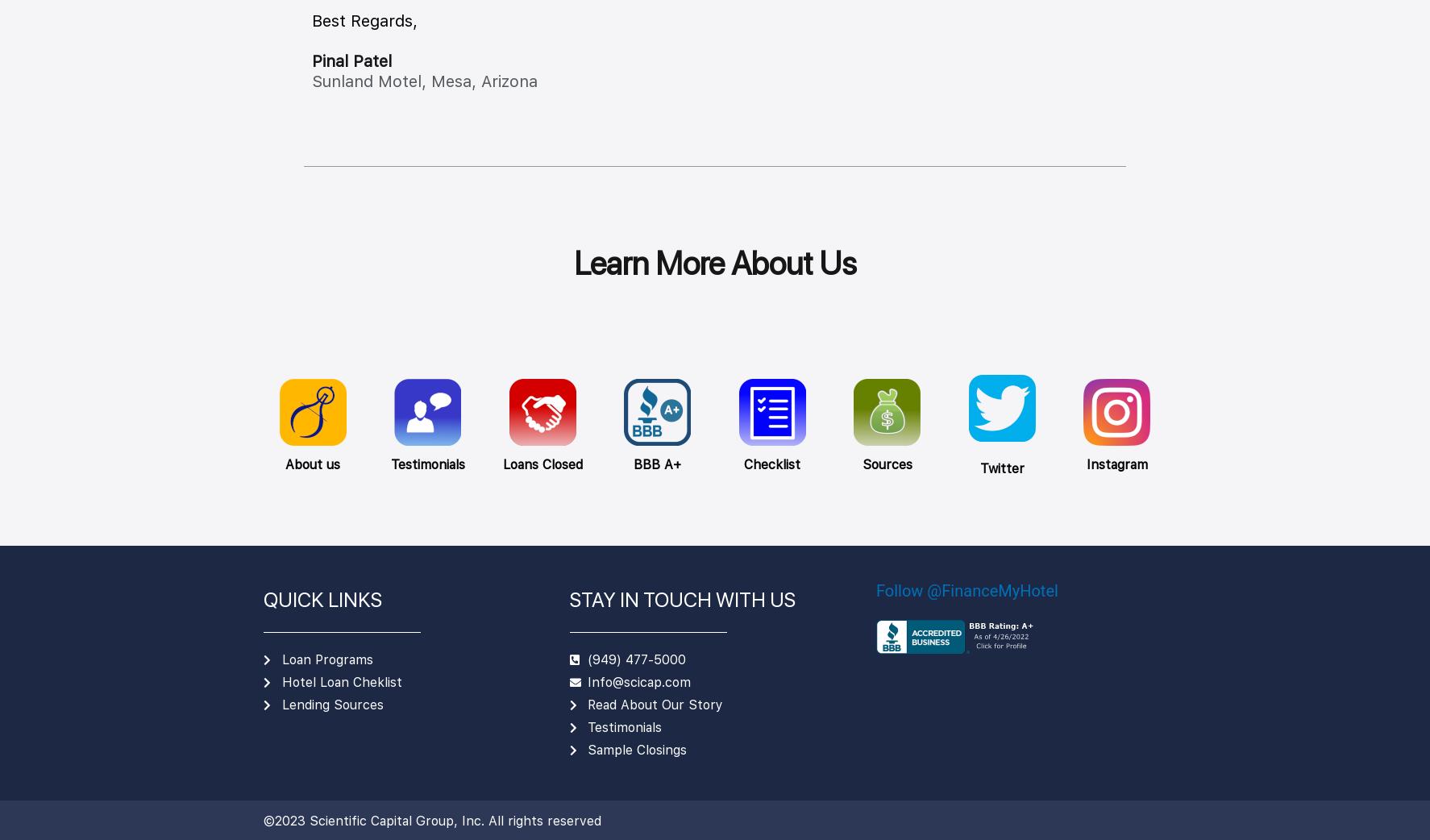  I want to click on 'Pinal Patel', so click(351, 60).